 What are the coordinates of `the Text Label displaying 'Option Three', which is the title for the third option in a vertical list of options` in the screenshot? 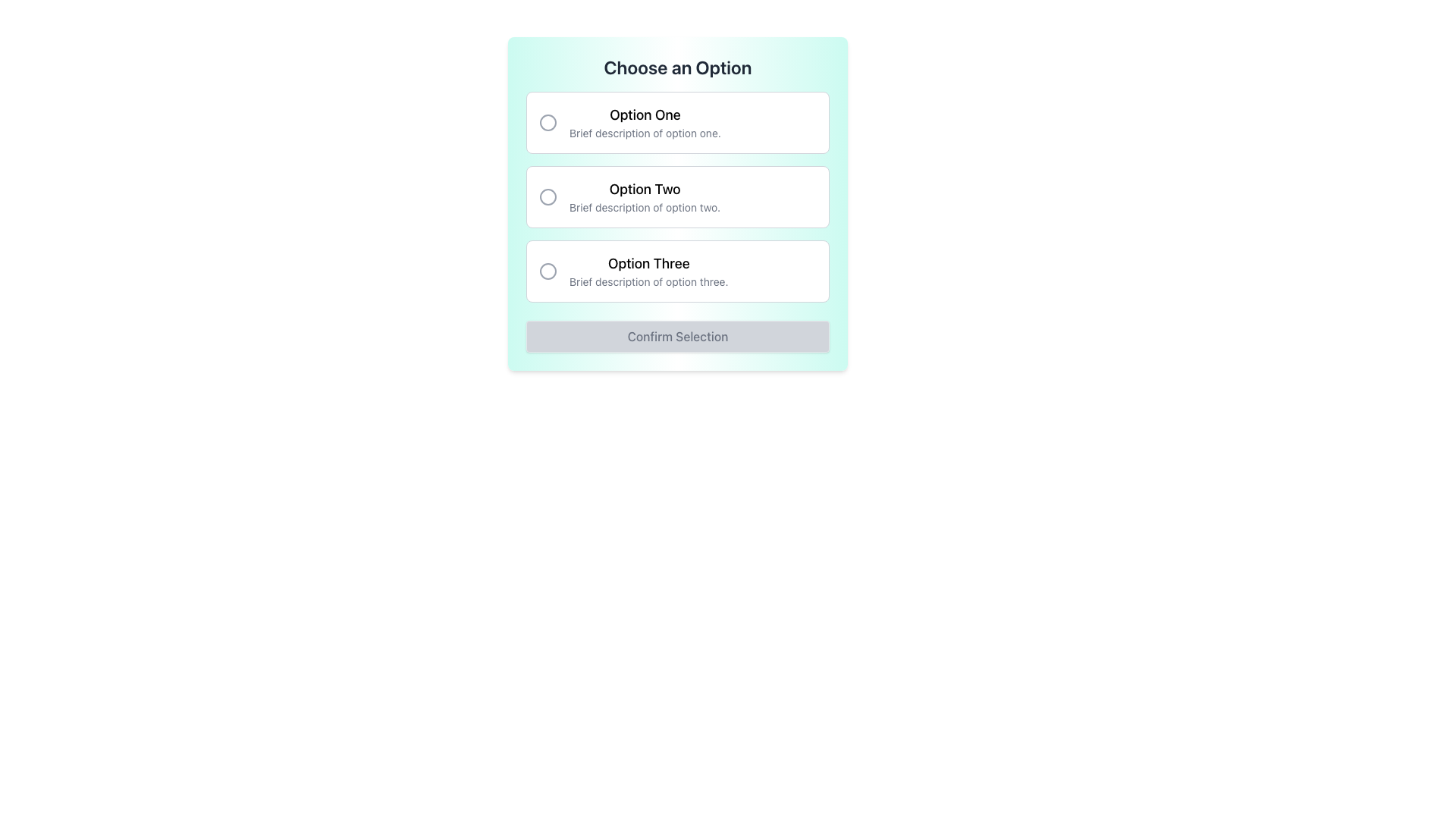 It's located at (648, 262).